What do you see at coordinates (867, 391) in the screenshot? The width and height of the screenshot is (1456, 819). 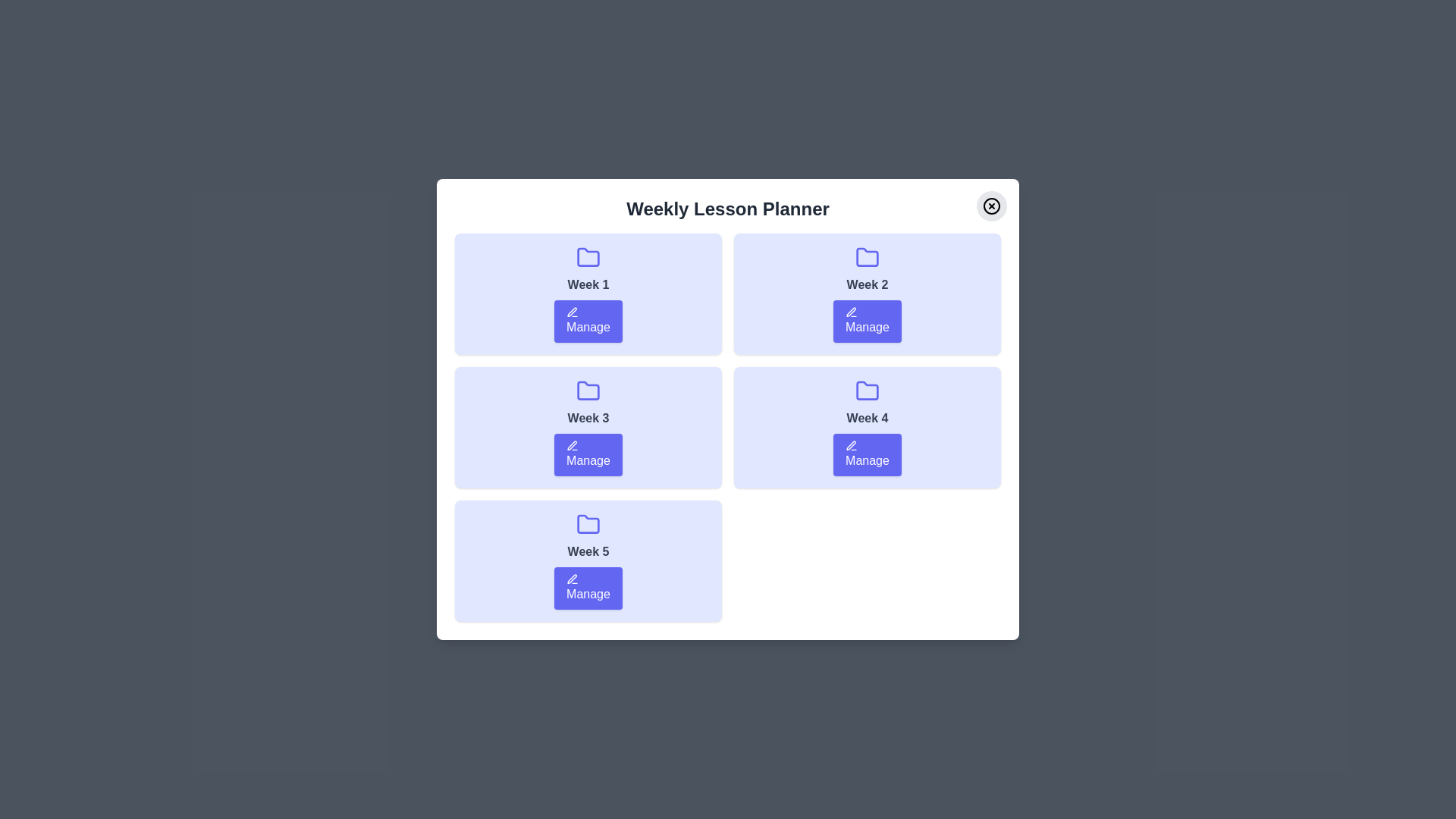 I see `the folder icon for Week 4` at bounding box center [867, 391].